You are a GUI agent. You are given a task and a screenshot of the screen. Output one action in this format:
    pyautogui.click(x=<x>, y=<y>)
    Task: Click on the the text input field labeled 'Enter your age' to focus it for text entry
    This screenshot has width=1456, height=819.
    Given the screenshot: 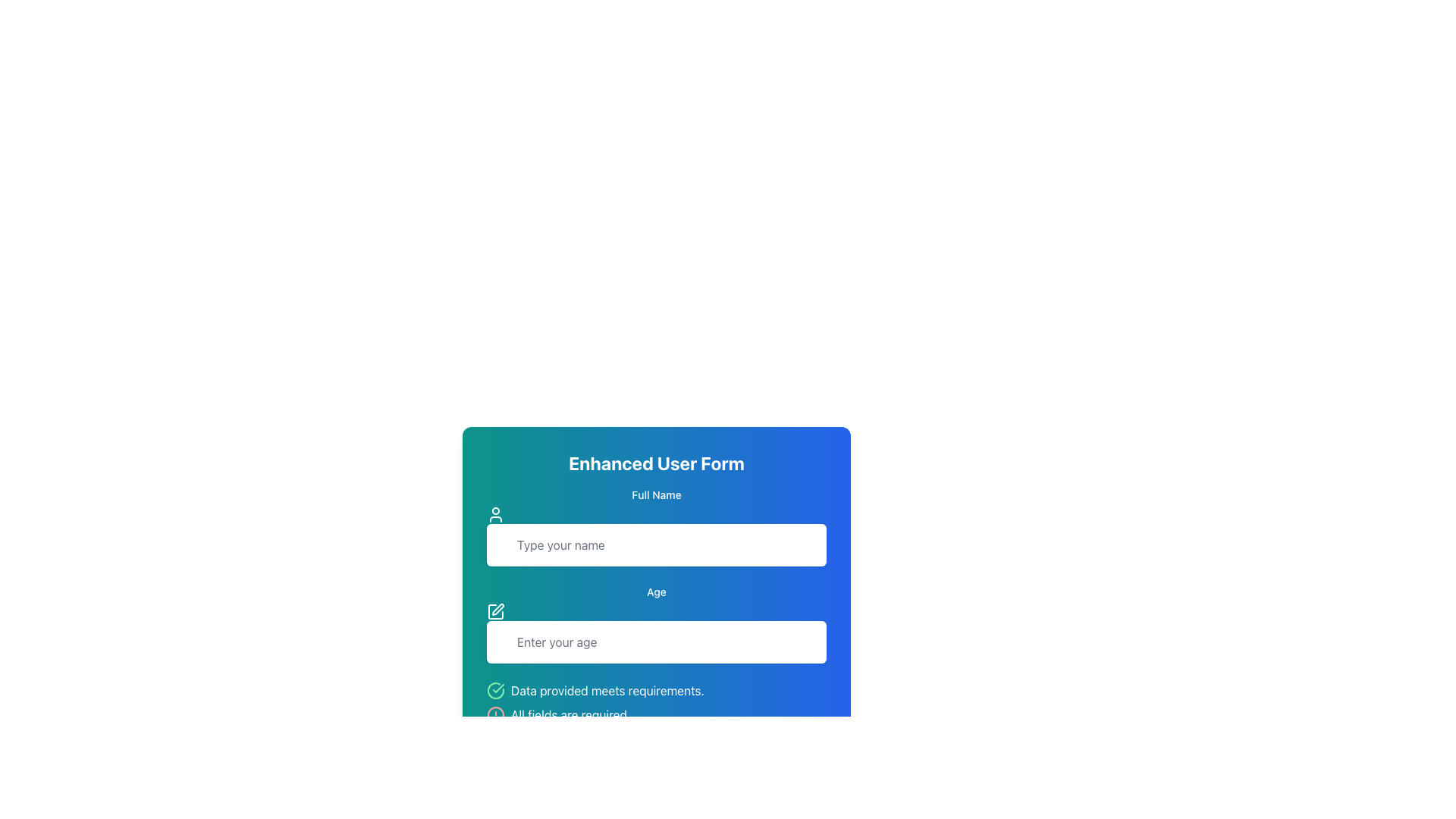 What is the action you would take?
    pyautogui.click(x=656, y=623)
    